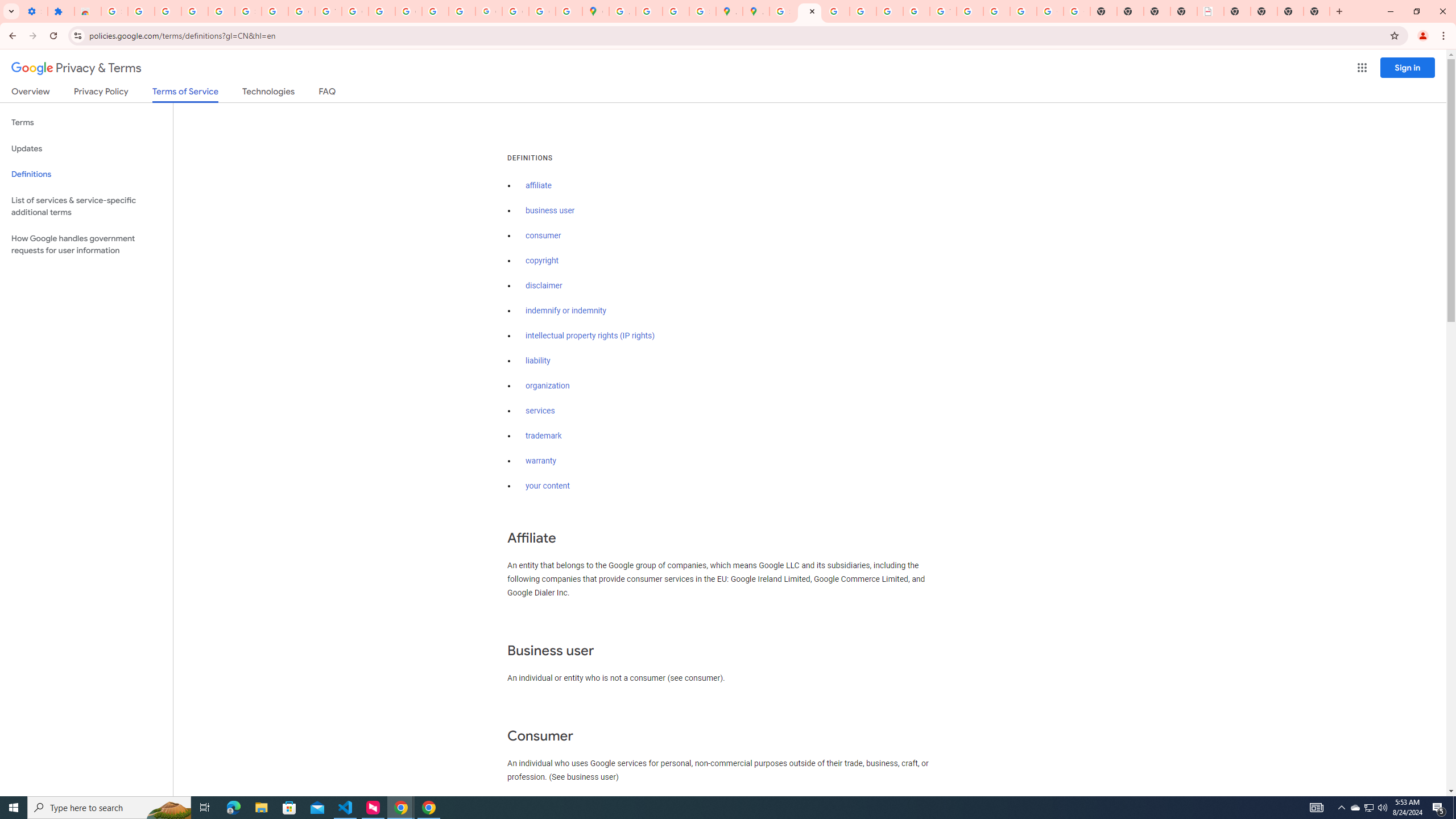 The width and height of the screenshot is (1456, 819). What do you see at coordinates (86, 205) in the screenshot?
I see `'List of services & service-specific additional terms'` at bounding box center [86, 205].